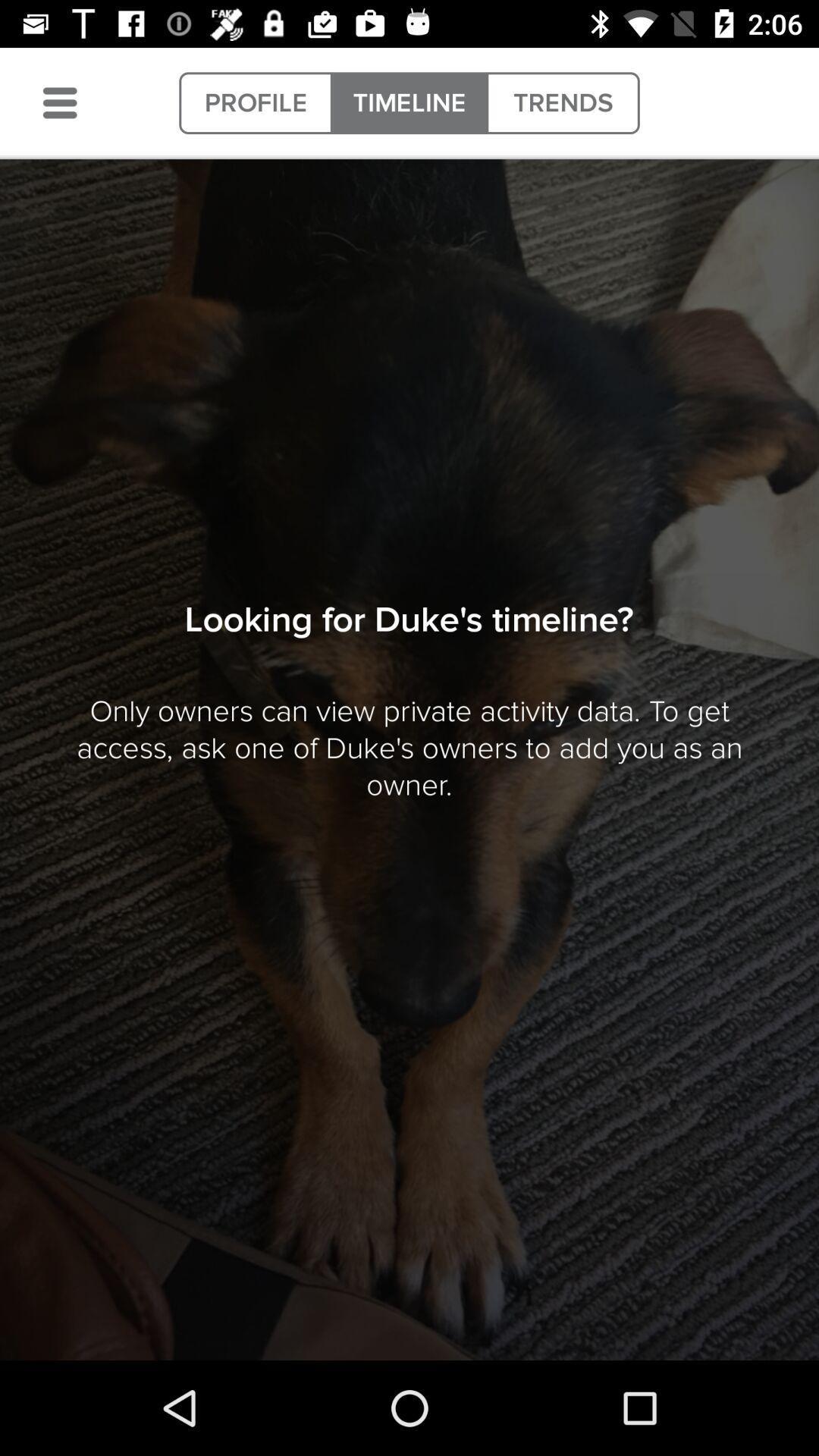  What do you see at coordinates (563, 102) in the screenshot?
I see `item at the top right corner` at bounding box center [563, 102].